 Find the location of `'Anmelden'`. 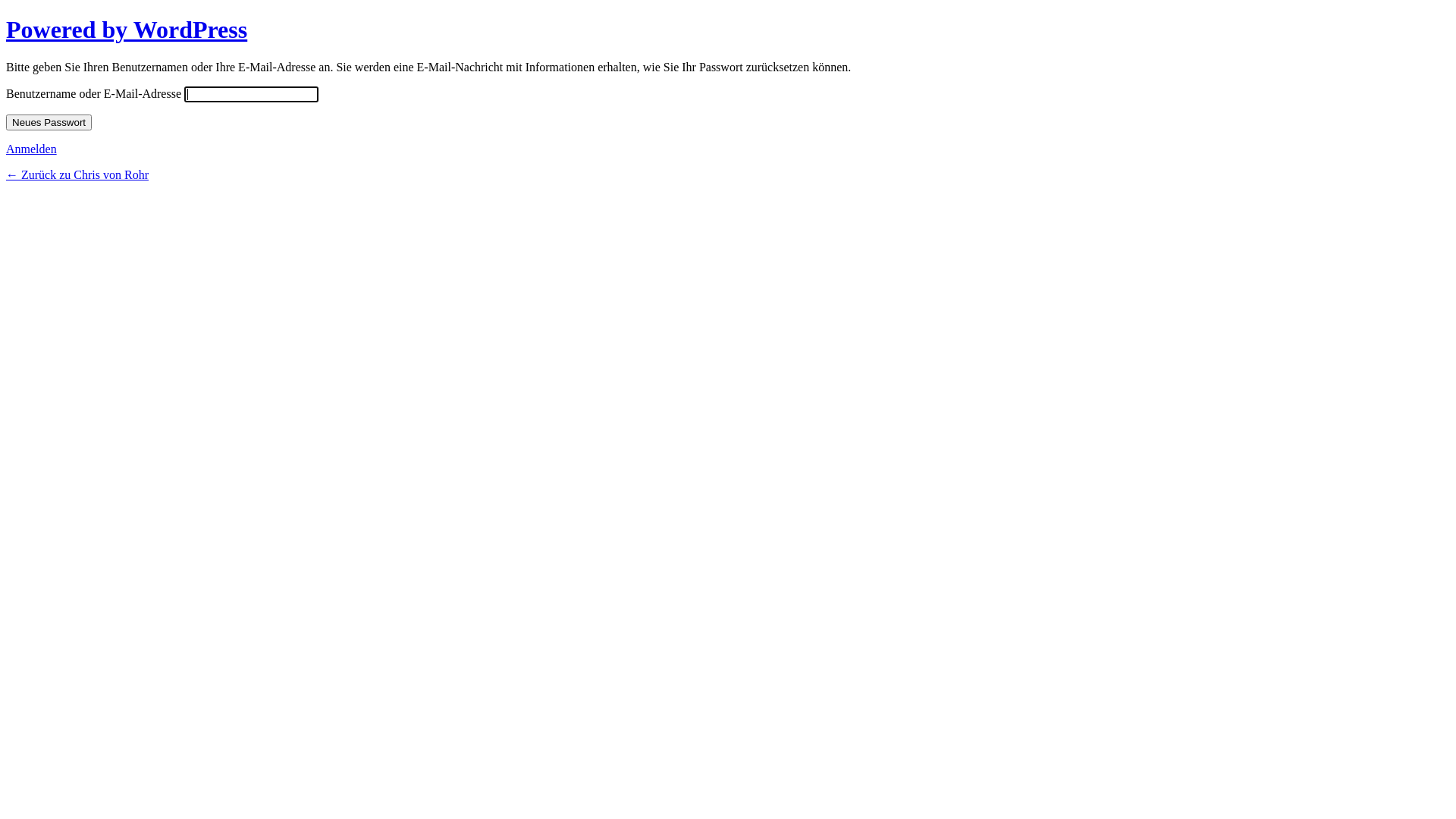

'Anmelden' is located at coordinates (31, 149).